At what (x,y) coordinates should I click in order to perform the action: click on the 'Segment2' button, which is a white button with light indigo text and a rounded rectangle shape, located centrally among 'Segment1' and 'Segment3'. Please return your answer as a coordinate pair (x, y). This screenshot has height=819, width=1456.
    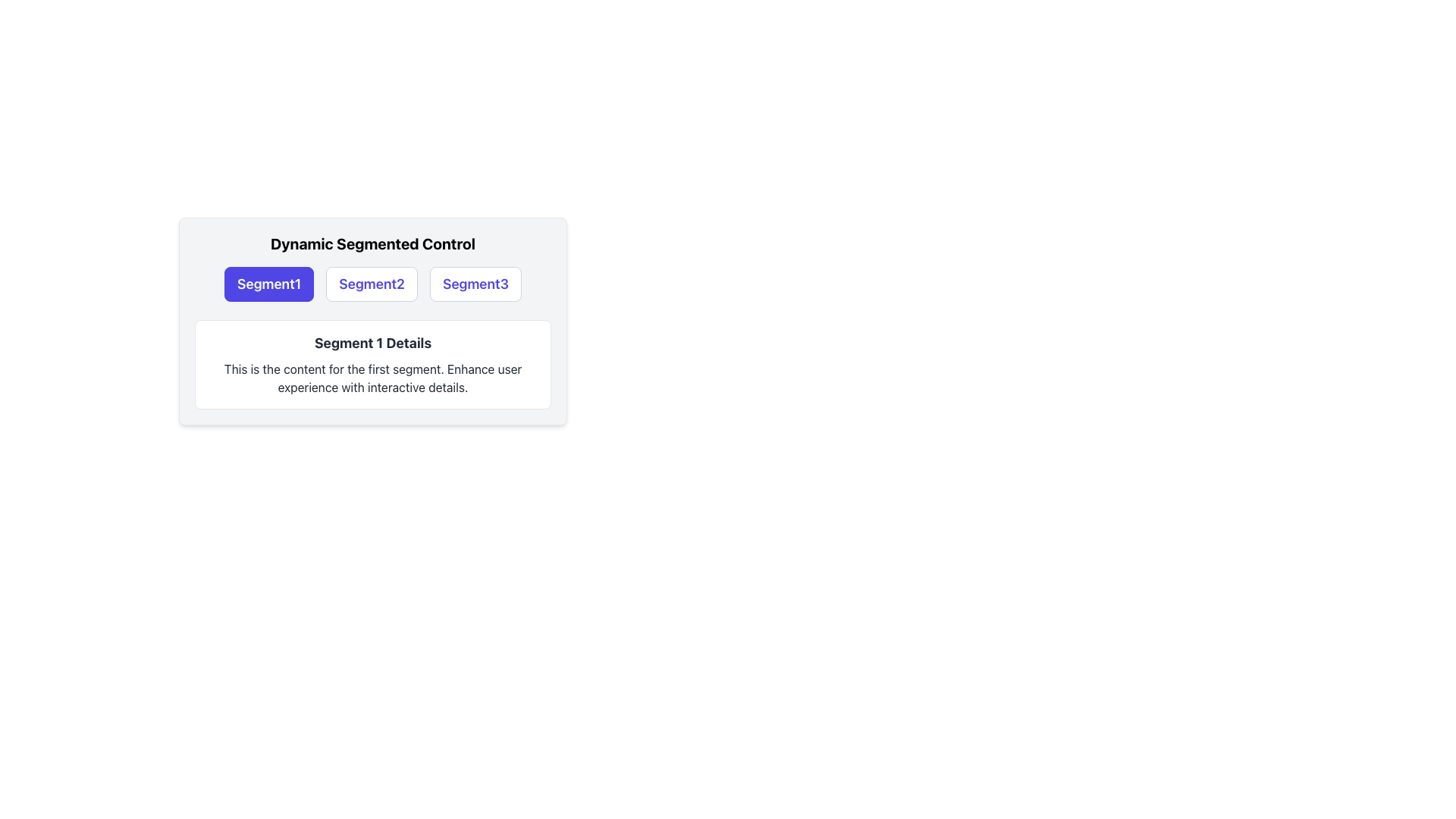
    Looking at the image, I should click on (372, 284).